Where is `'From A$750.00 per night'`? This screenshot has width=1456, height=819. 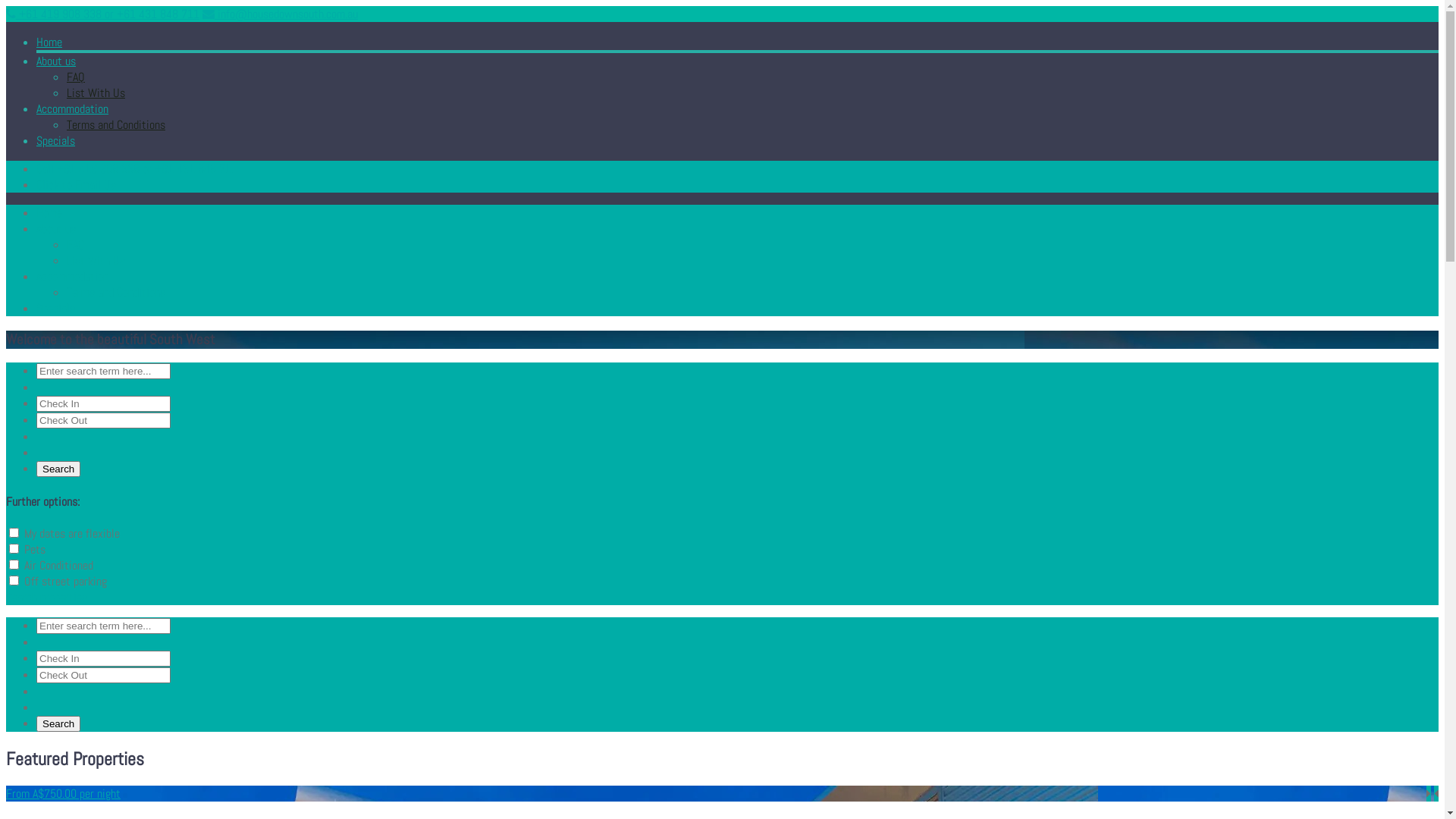 'From A$750.00 per night' is located at coordinates (6, 792).